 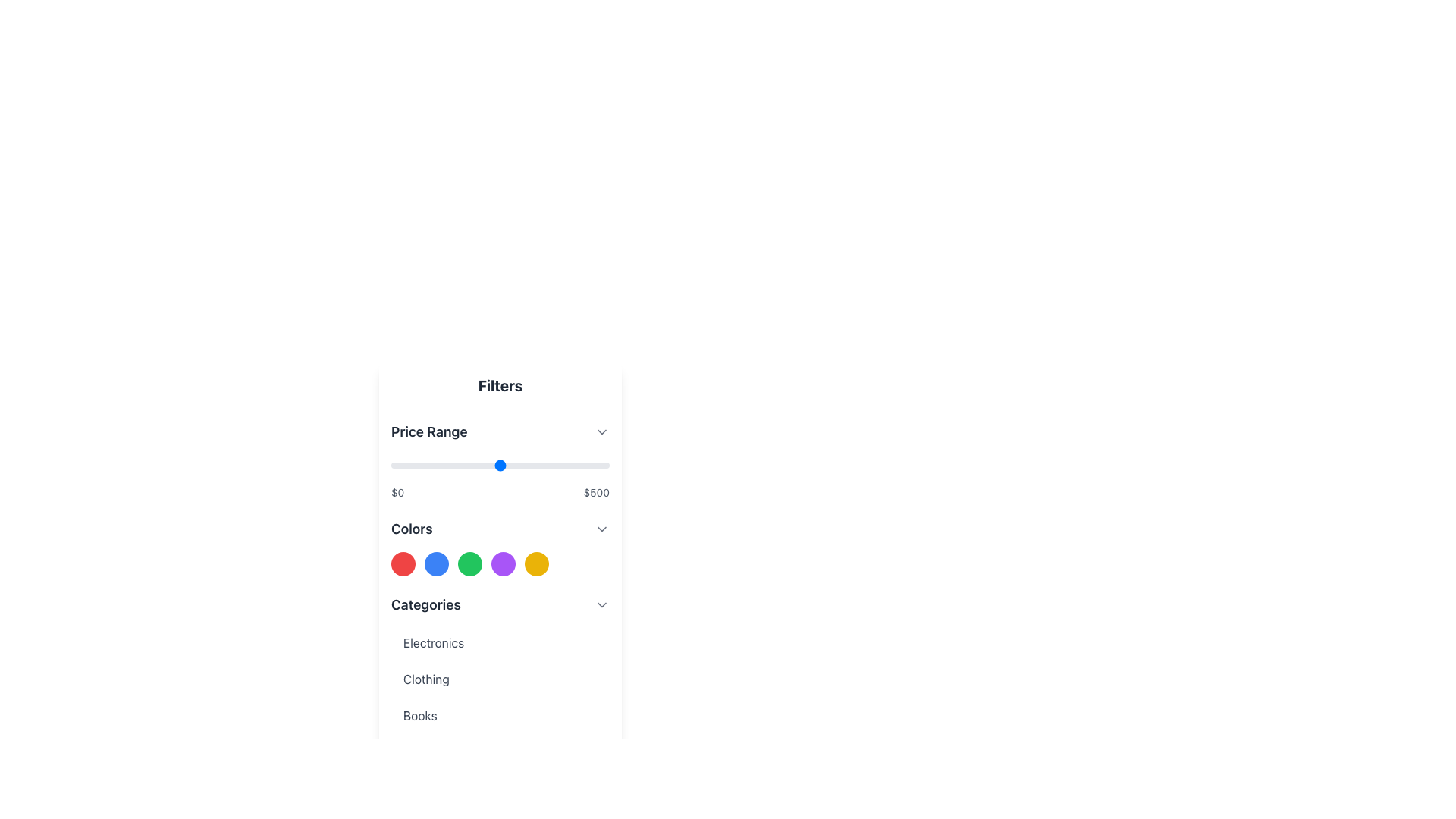 I want to click on the third circular selectable button with a green background, located under the 'Colors' label, to trigger a tooltip or interaction effect, so click(x=469, y=564).